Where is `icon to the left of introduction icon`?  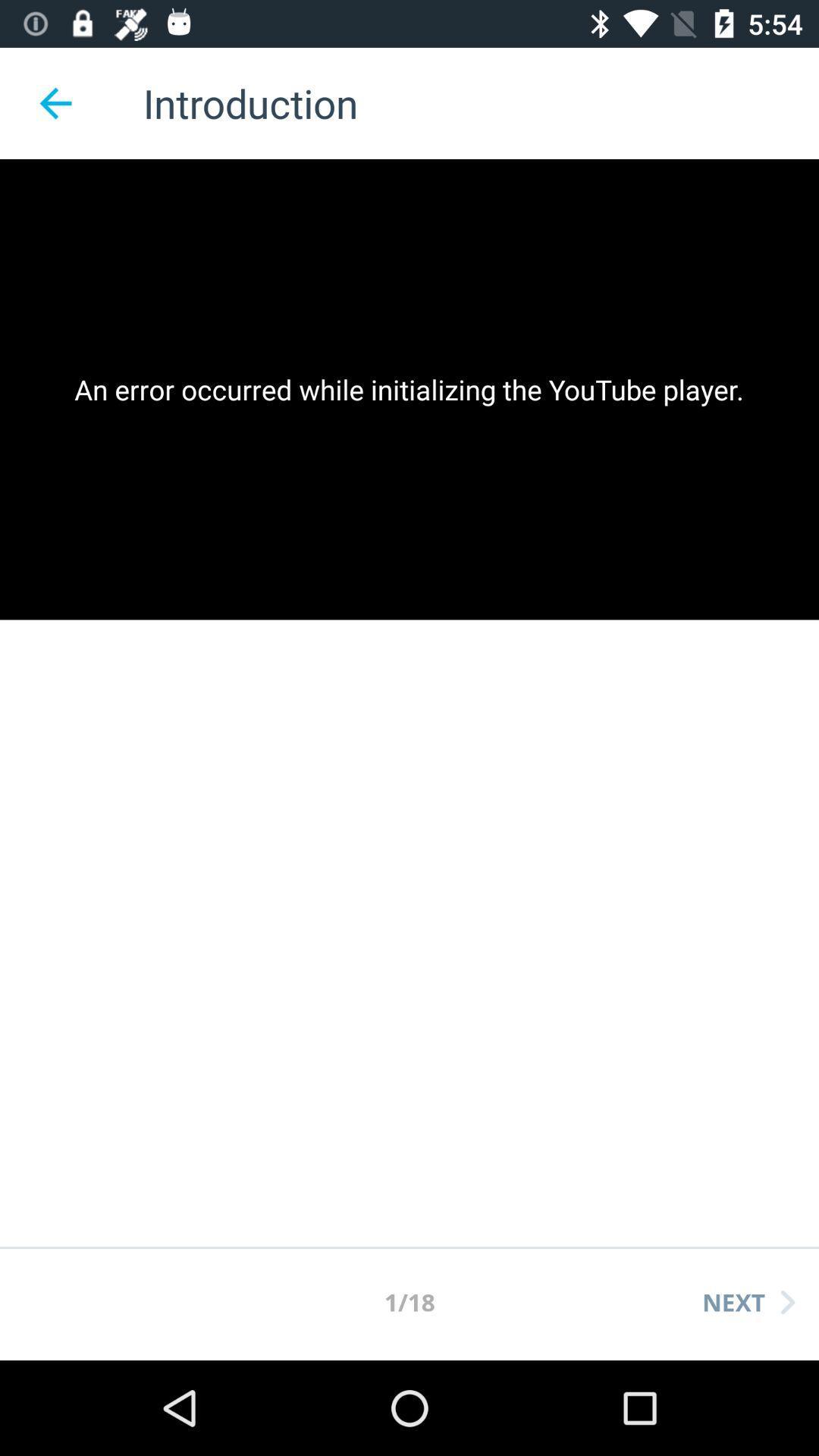 icon to the left of introduction icon is located at coordinates (55, 102).